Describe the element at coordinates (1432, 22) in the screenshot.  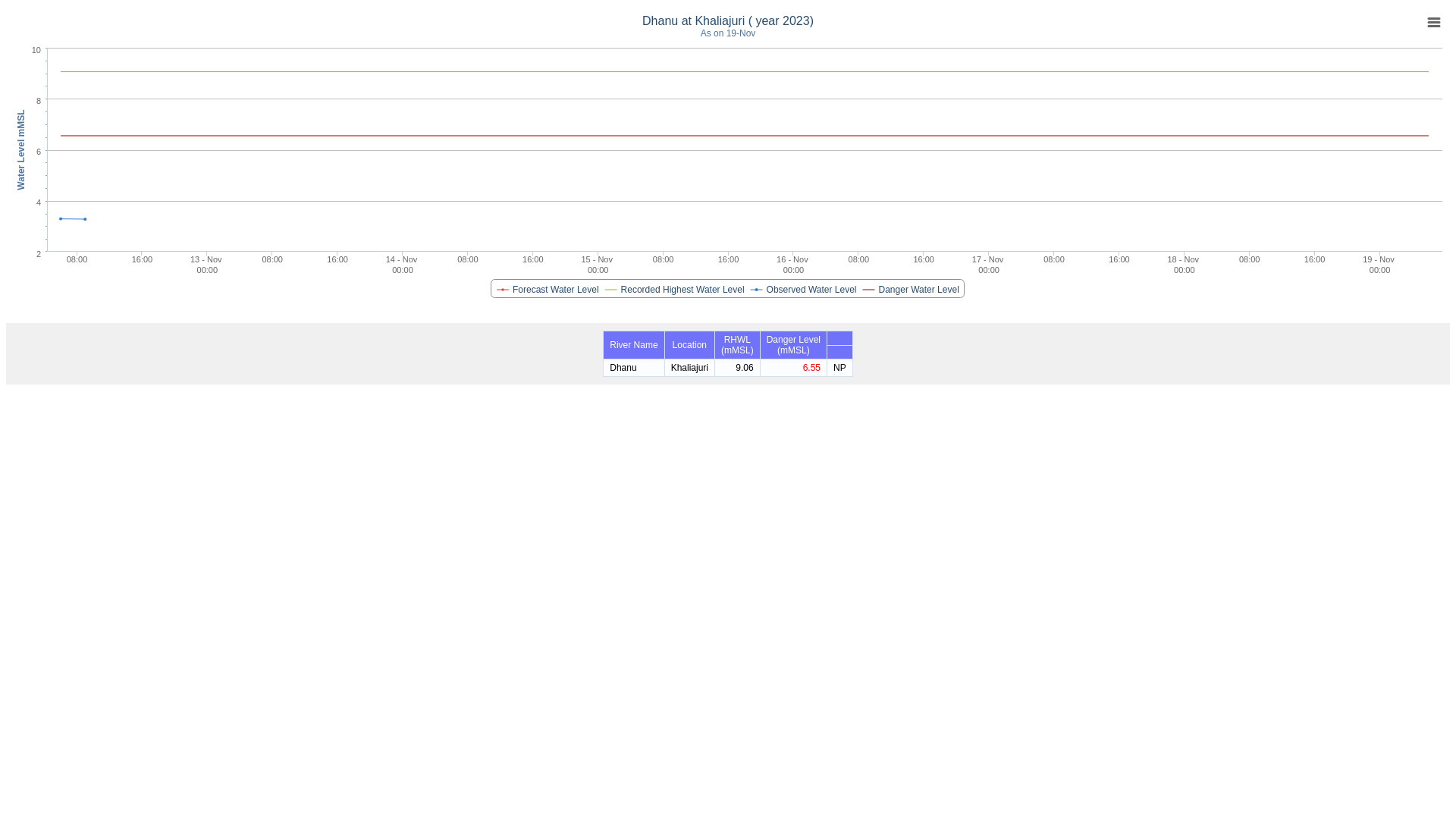
I see `'Chart context menu'` at that location.